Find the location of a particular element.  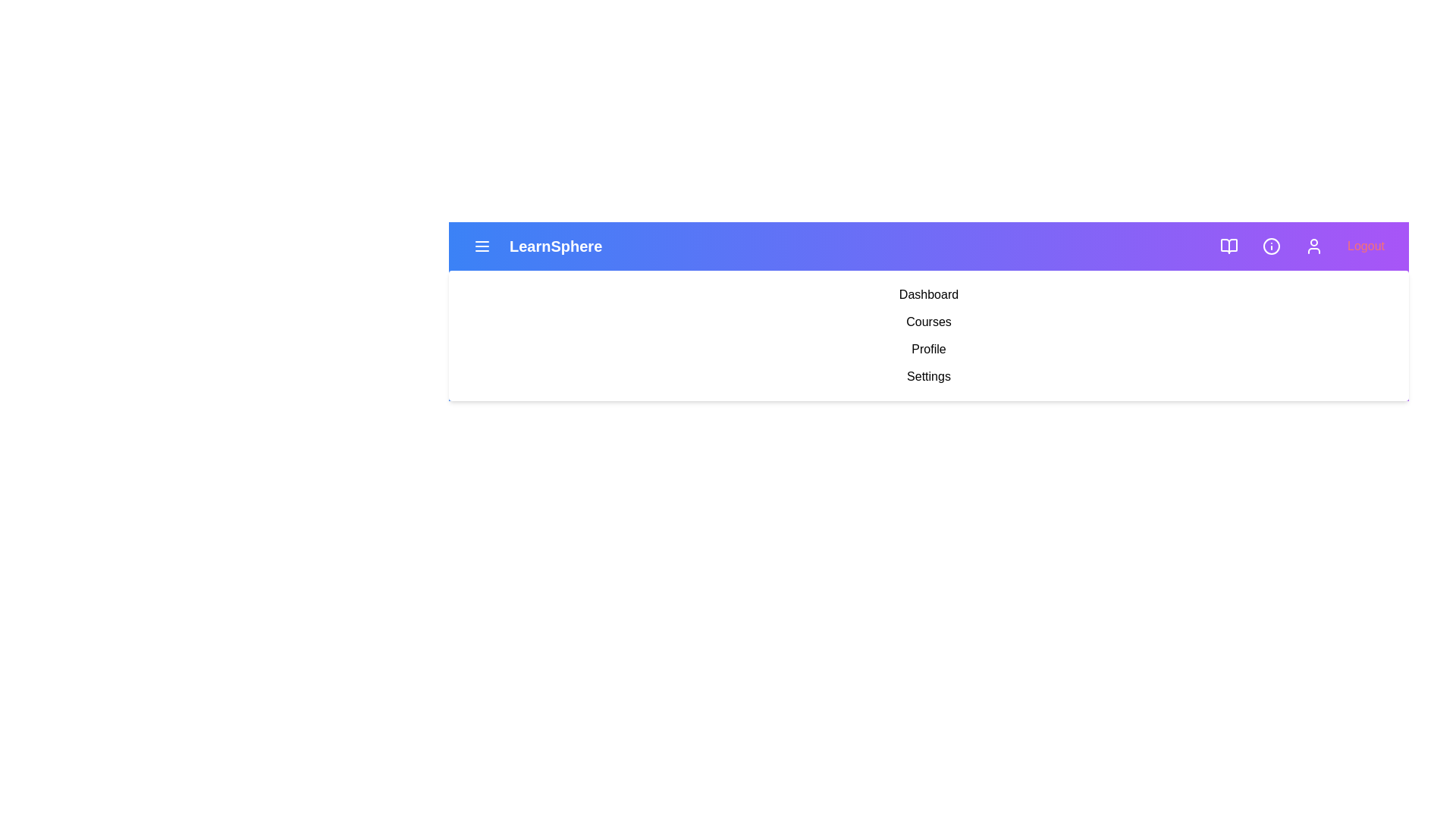

the User icon in the navigation bar is located at coordinates (1313, 245).